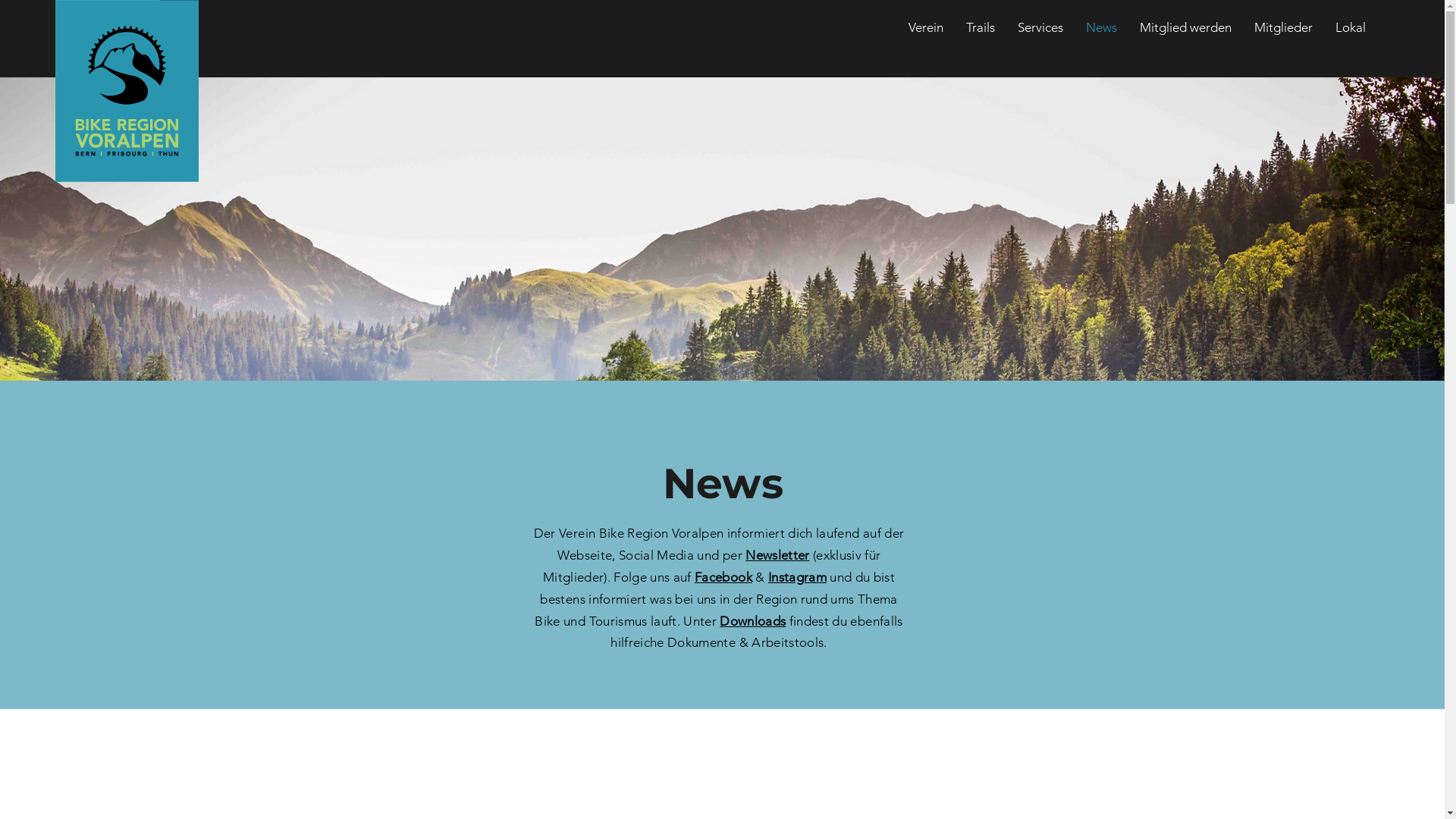 The height and width of the screenshot is (819, 1456). I want to click on 'Downloads', so click(752, 620).